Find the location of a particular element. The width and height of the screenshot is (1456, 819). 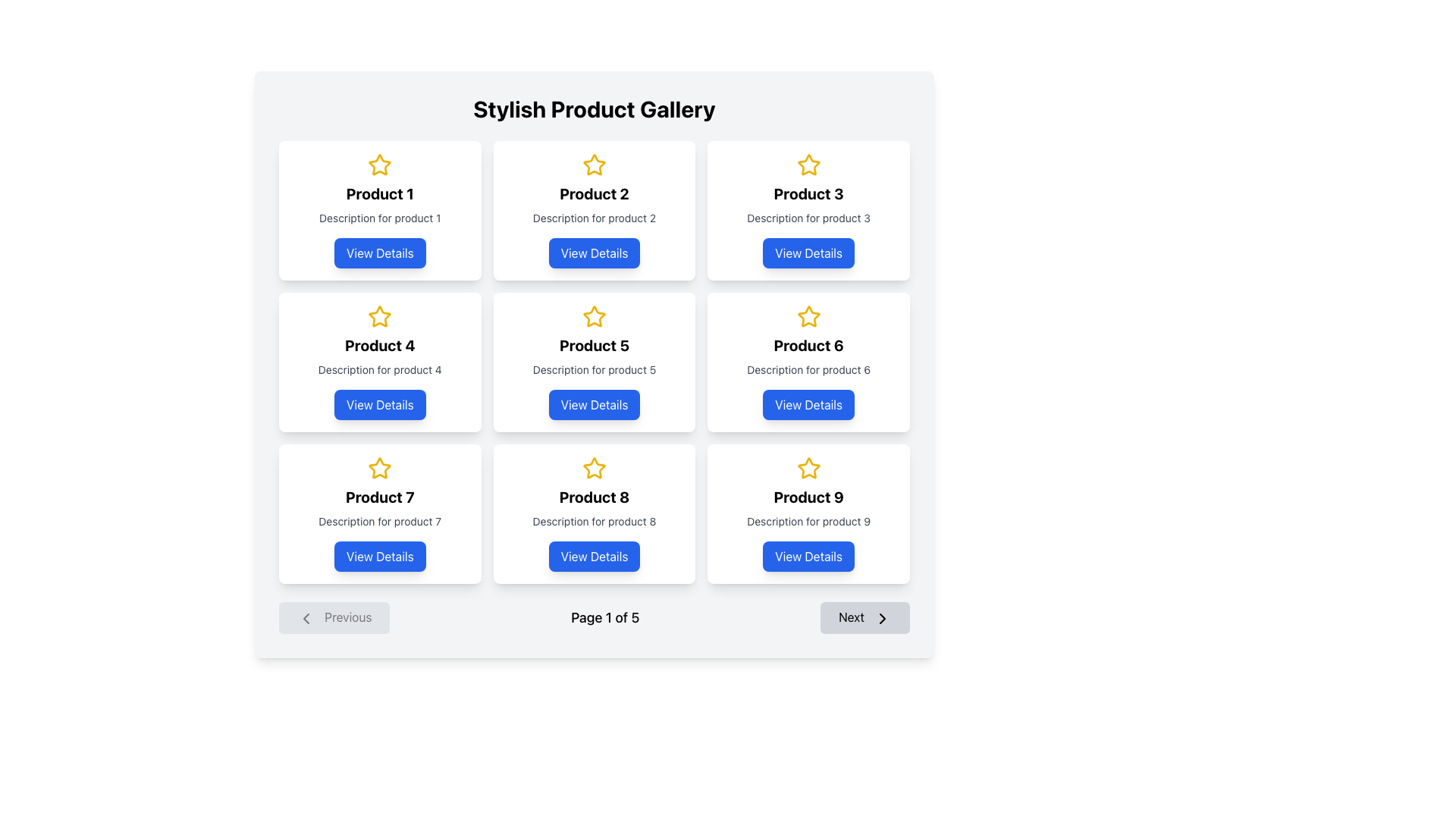

the button located in the product grid for 'Product 2' to observe the visual change is located at coordinates (593, 253).